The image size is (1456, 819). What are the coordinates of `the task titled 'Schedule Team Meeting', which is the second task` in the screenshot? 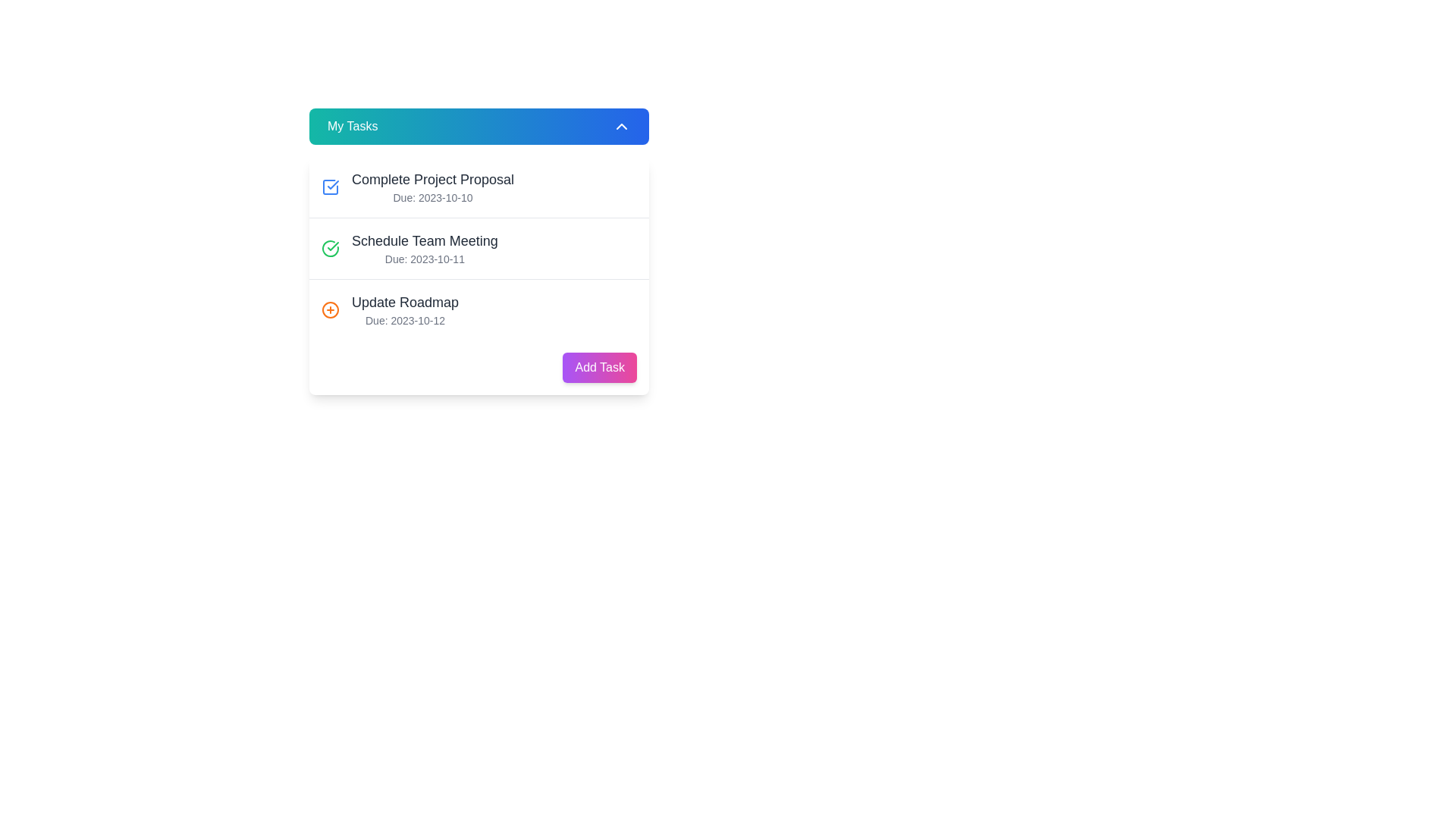 It's located at (479, 247).